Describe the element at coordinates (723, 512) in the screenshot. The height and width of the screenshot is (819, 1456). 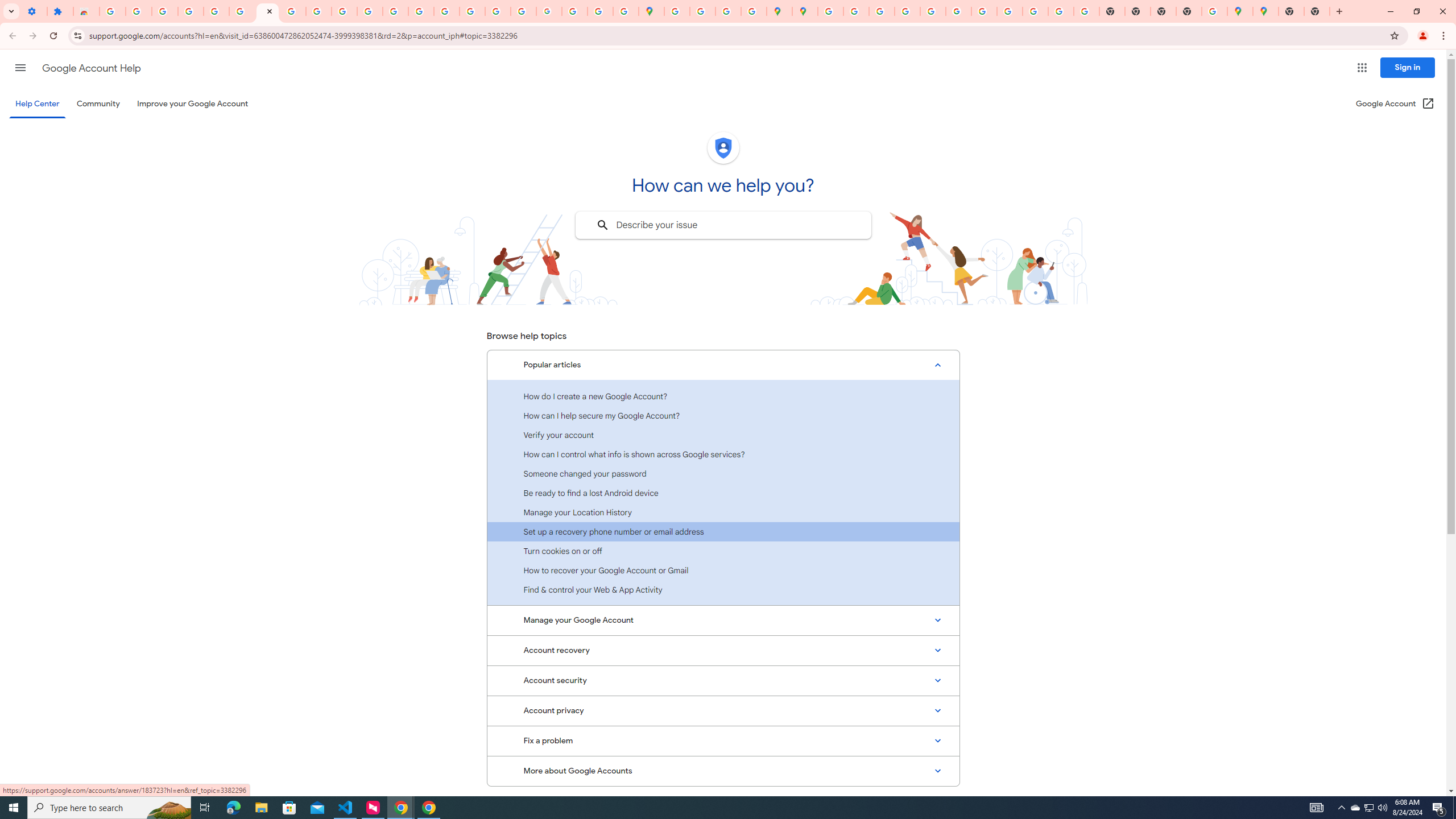
I see `'Manage your Location History'` at that location.